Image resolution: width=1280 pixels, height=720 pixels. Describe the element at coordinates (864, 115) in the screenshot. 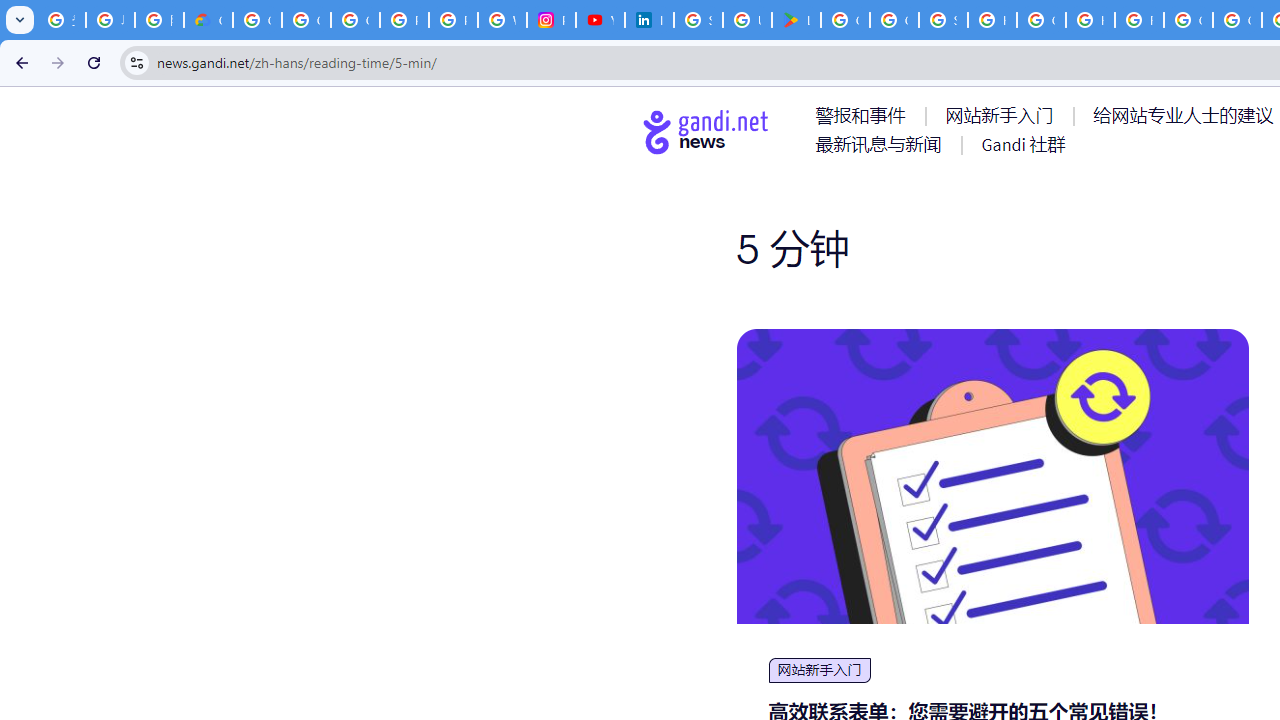

I see `'AutomationID: menu-item-77761'` at that location.